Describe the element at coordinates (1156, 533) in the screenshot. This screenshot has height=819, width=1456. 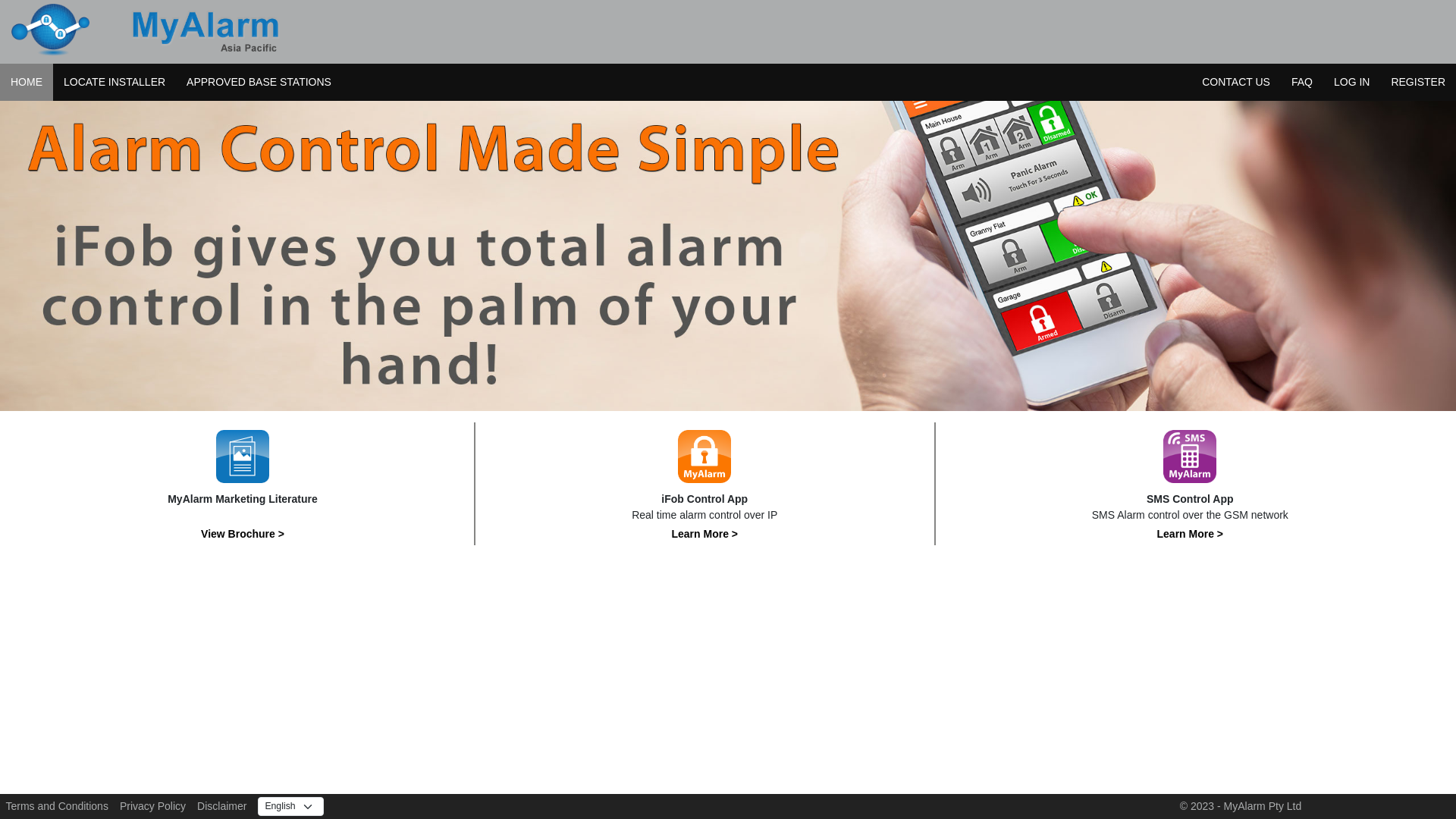
I see `'Learn More >'` at that location.